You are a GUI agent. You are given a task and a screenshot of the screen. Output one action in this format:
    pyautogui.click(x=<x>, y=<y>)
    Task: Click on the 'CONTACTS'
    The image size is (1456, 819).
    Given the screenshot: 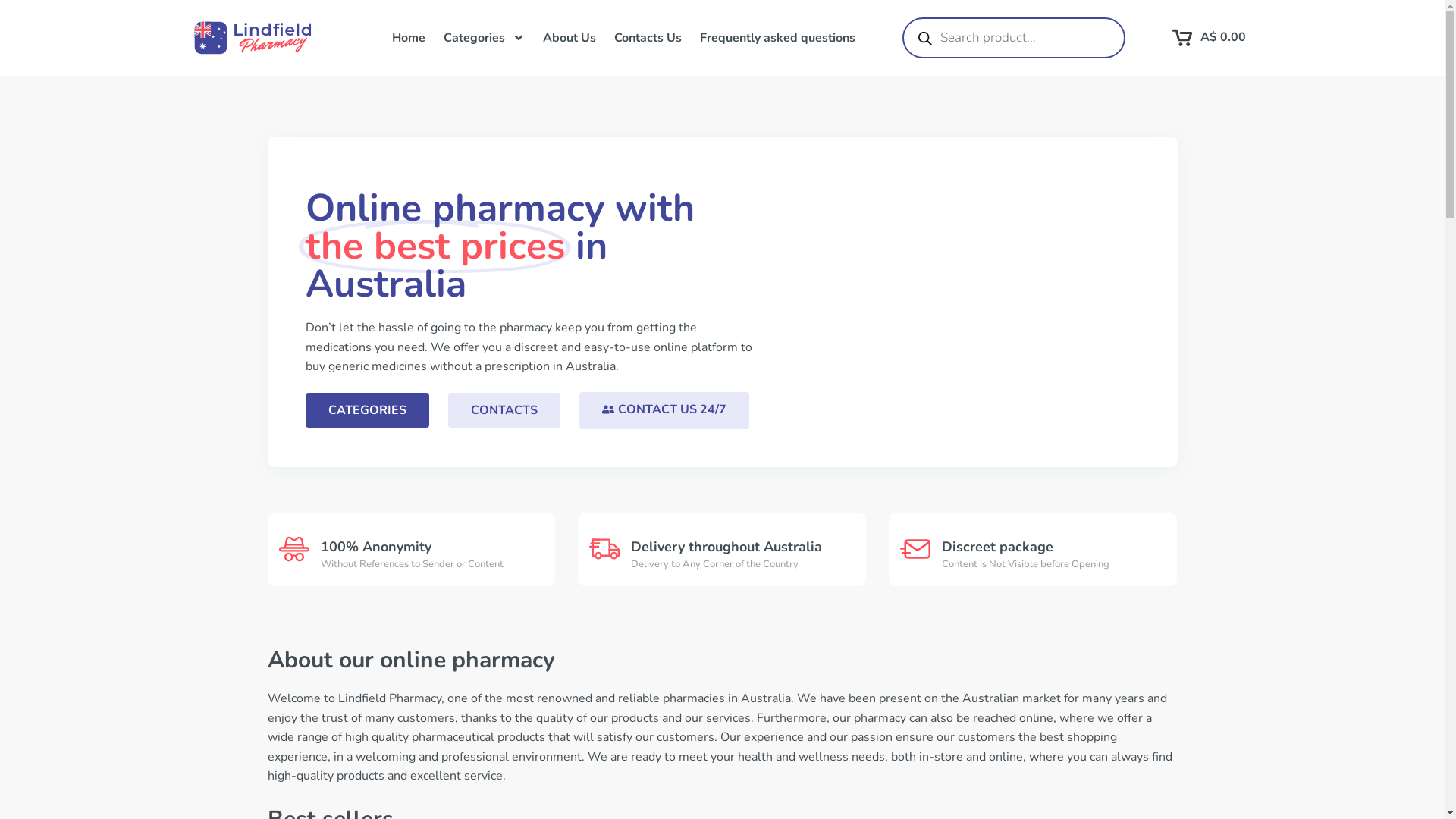 What is the action you would take?
    pyautogui.click(x=503, y=409)
    